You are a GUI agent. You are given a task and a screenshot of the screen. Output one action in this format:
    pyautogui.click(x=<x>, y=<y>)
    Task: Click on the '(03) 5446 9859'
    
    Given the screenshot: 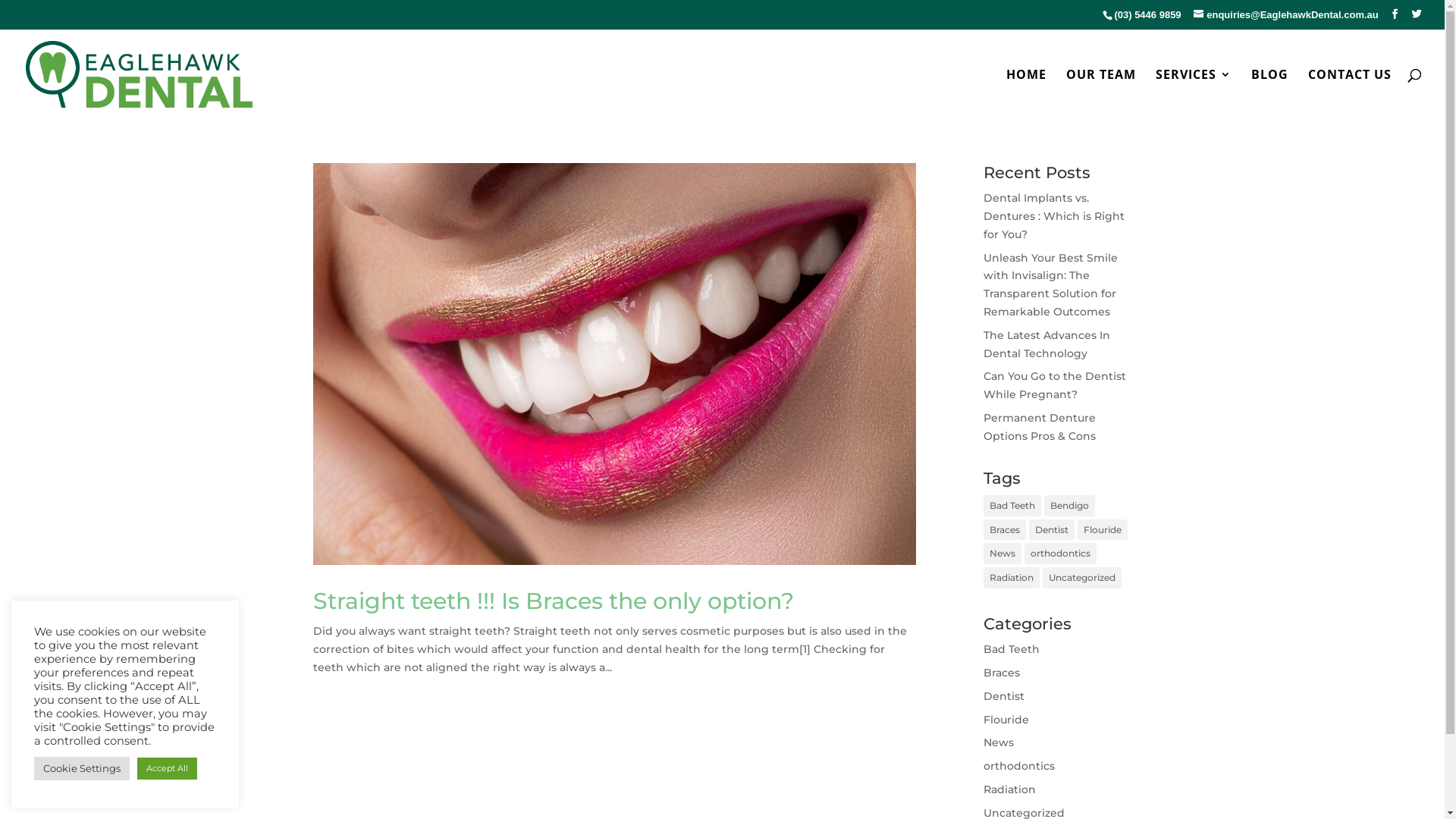 What is the action you would take?
    pyautogui.click(x=1147, y=14)
    